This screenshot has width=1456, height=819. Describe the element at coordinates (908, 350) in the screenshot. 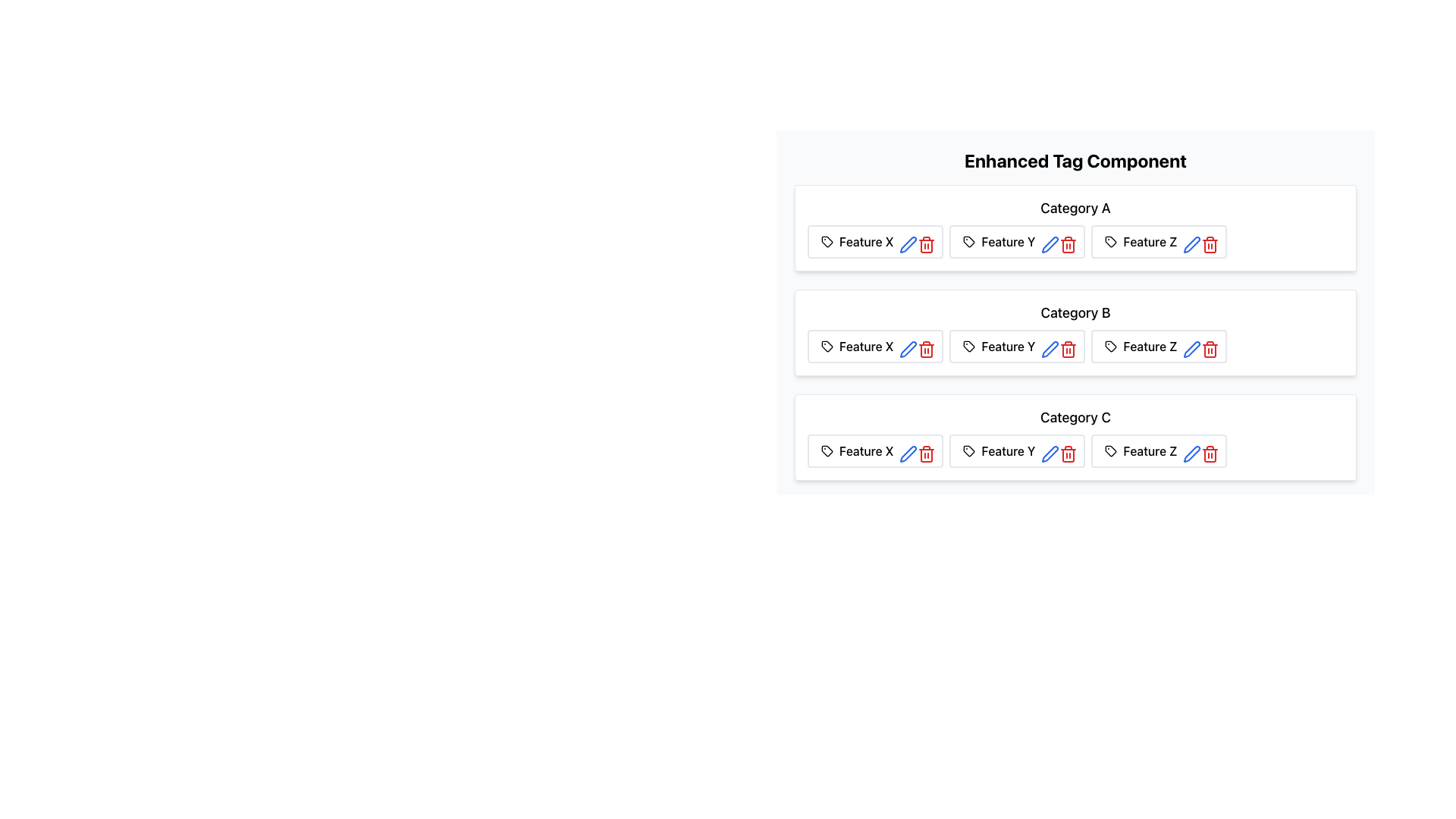

I see `the pen-like icon with a blue outline and white background located next to 'Feature X' in the button group under 'Category B'` at that location.